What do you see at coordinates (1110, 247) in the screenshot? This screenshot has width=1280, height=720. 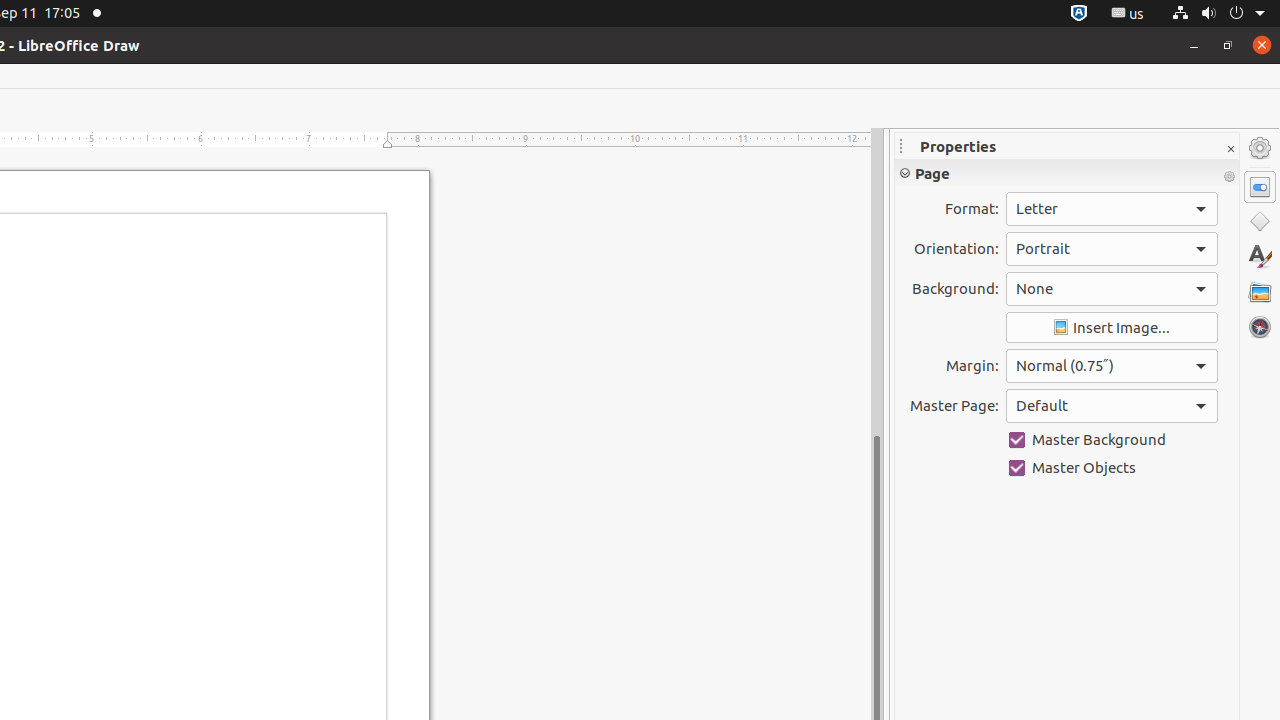 I see `'Orientation:'` at bounding box center [1110, 247].